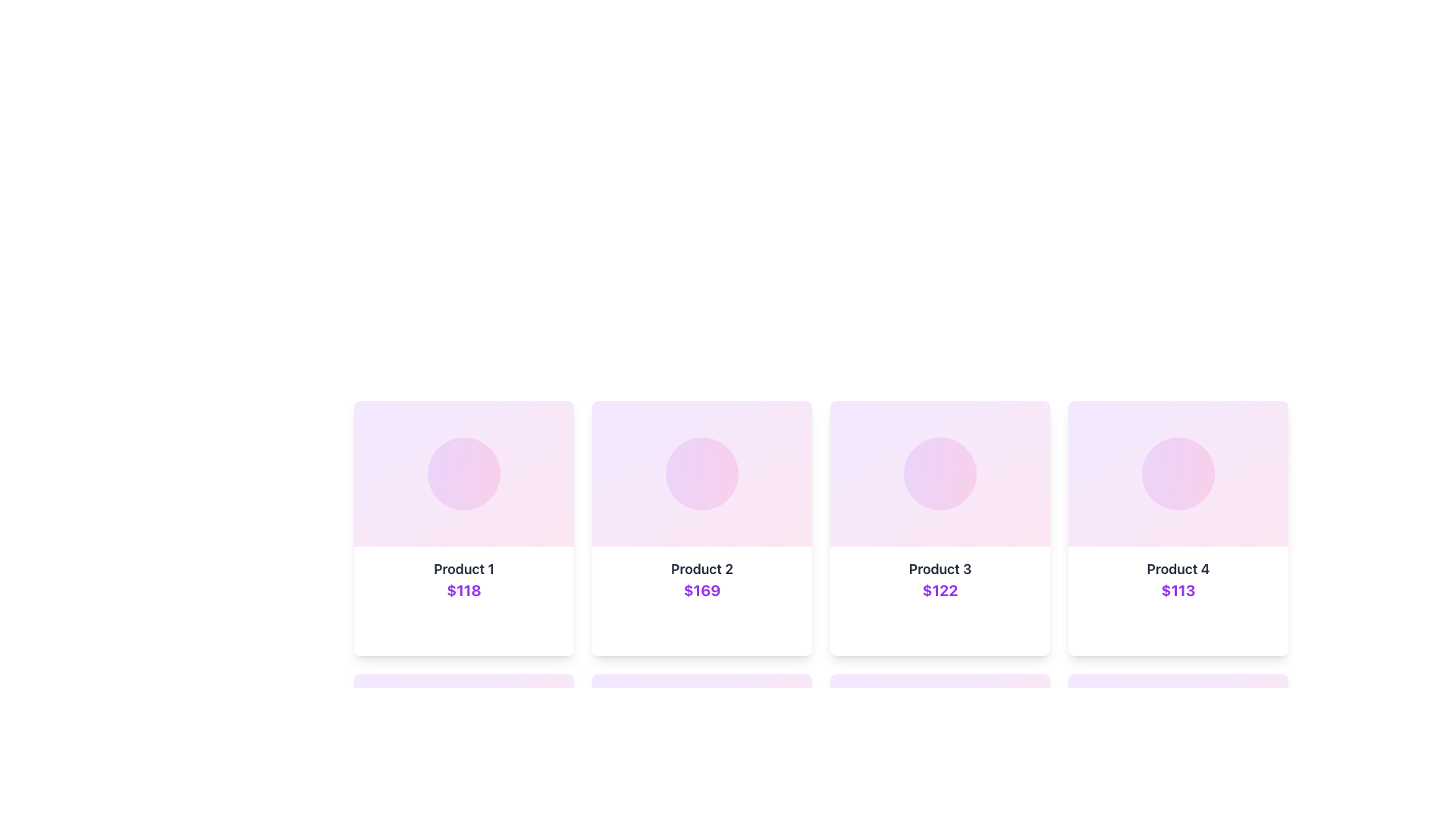 The image size is (1456, 819). I want to click on the first product card in the grid layout, which displays the product's name, price, and additional options, so click(463, 528).